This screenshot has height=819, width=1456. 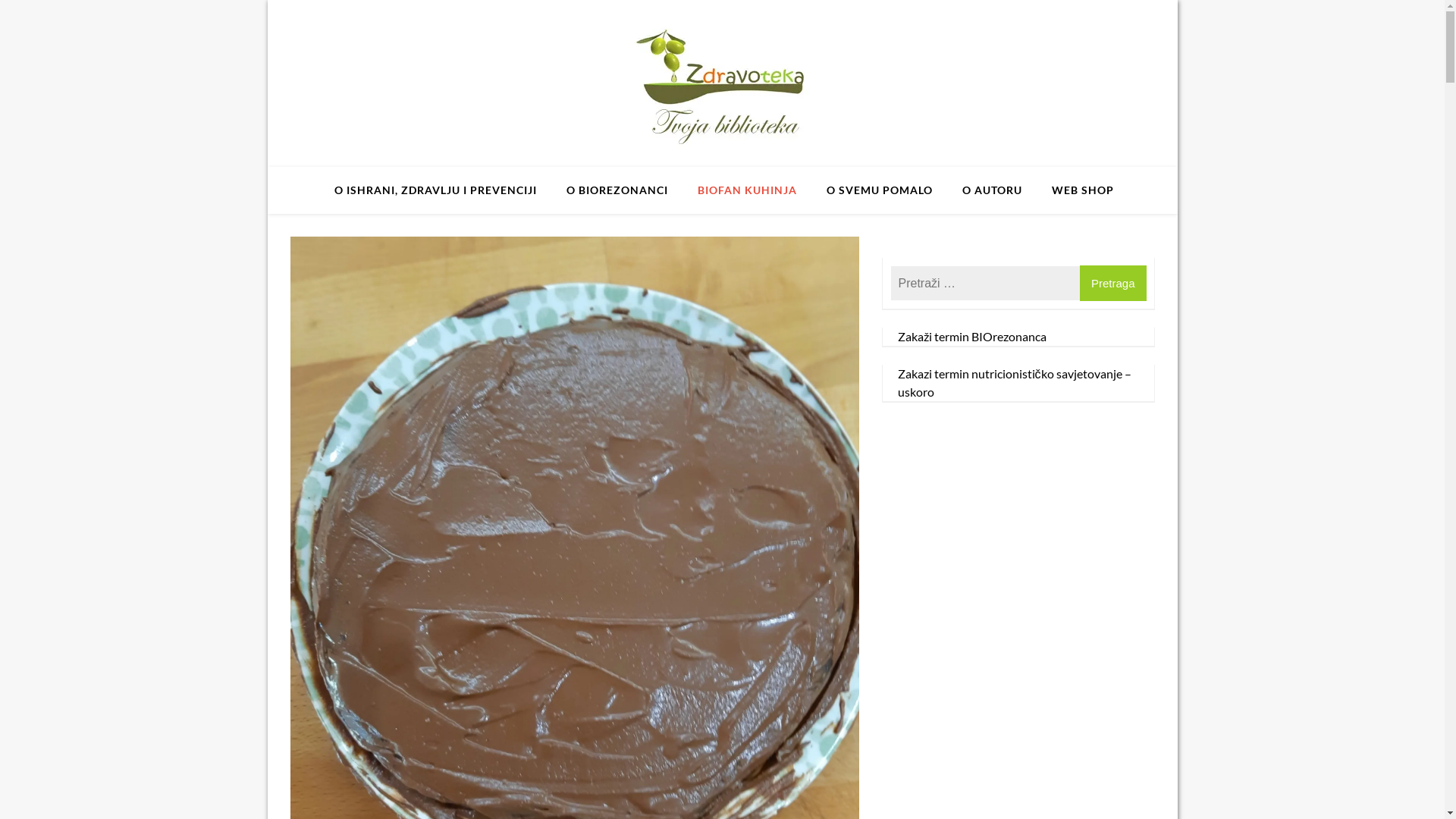 What do you see at coordinates (813, 189) in the screenshot?
I see `'O SVEMU POMALO'` at bounding box center [813, 189].